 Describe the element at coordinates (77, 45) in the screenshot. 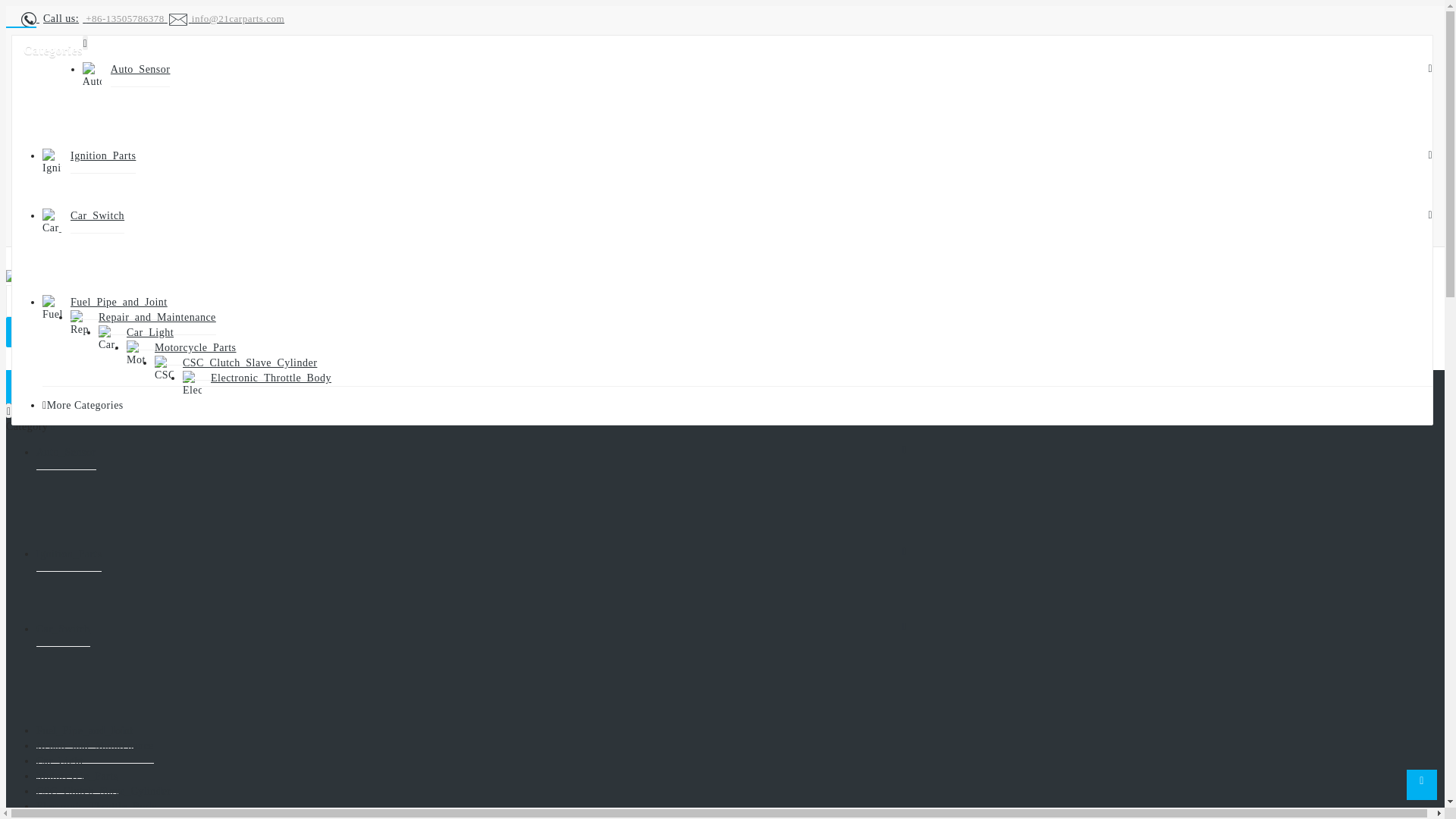

I see `'$ Currency '` at that location.